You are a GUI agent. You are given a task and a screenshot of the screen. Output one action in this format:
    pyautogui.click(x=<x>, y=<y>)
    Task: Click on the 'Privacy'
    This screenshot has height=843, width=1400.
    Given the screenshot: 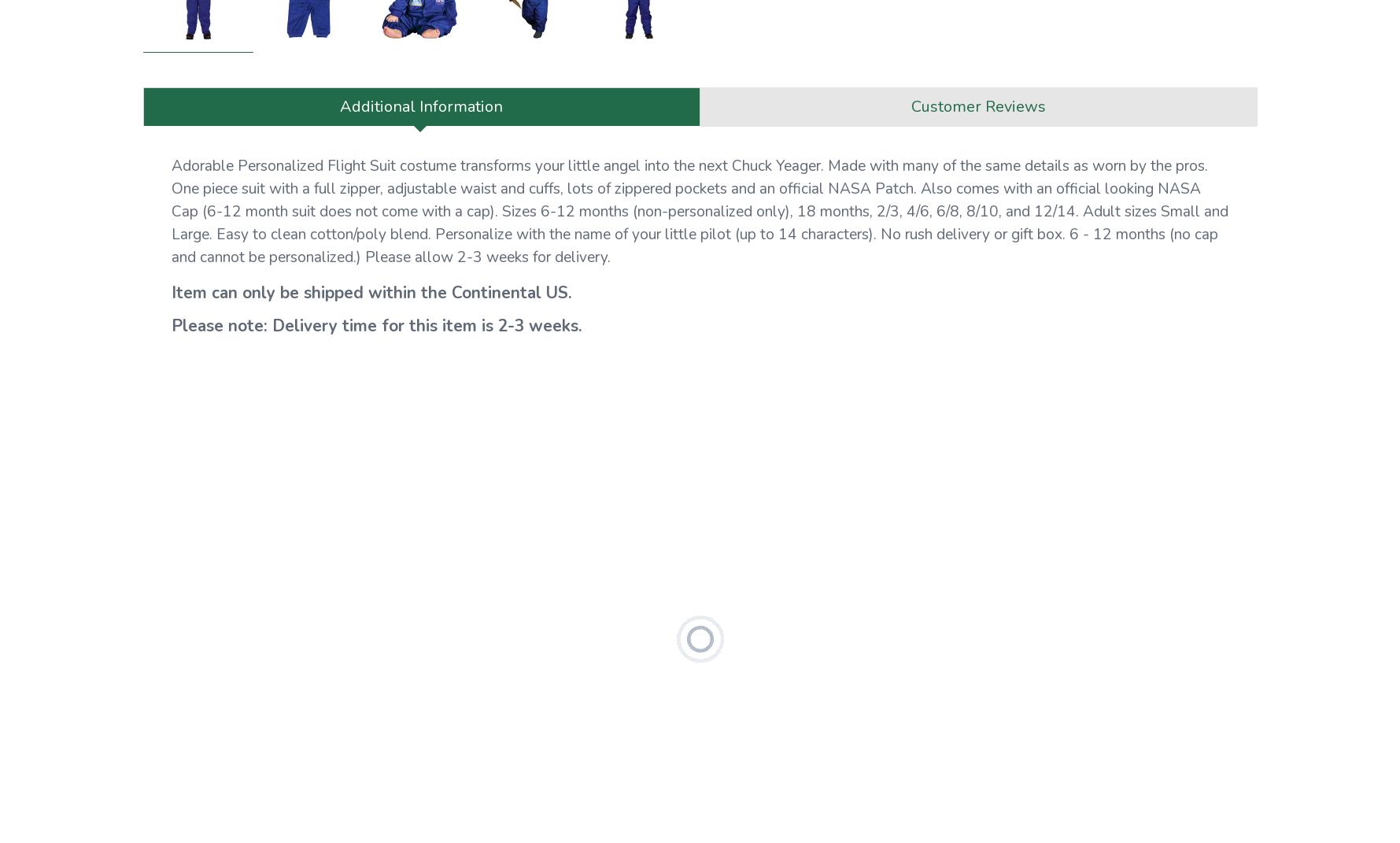 What is the action you would take?
    pyautogui.click(x=161, y=146)
    